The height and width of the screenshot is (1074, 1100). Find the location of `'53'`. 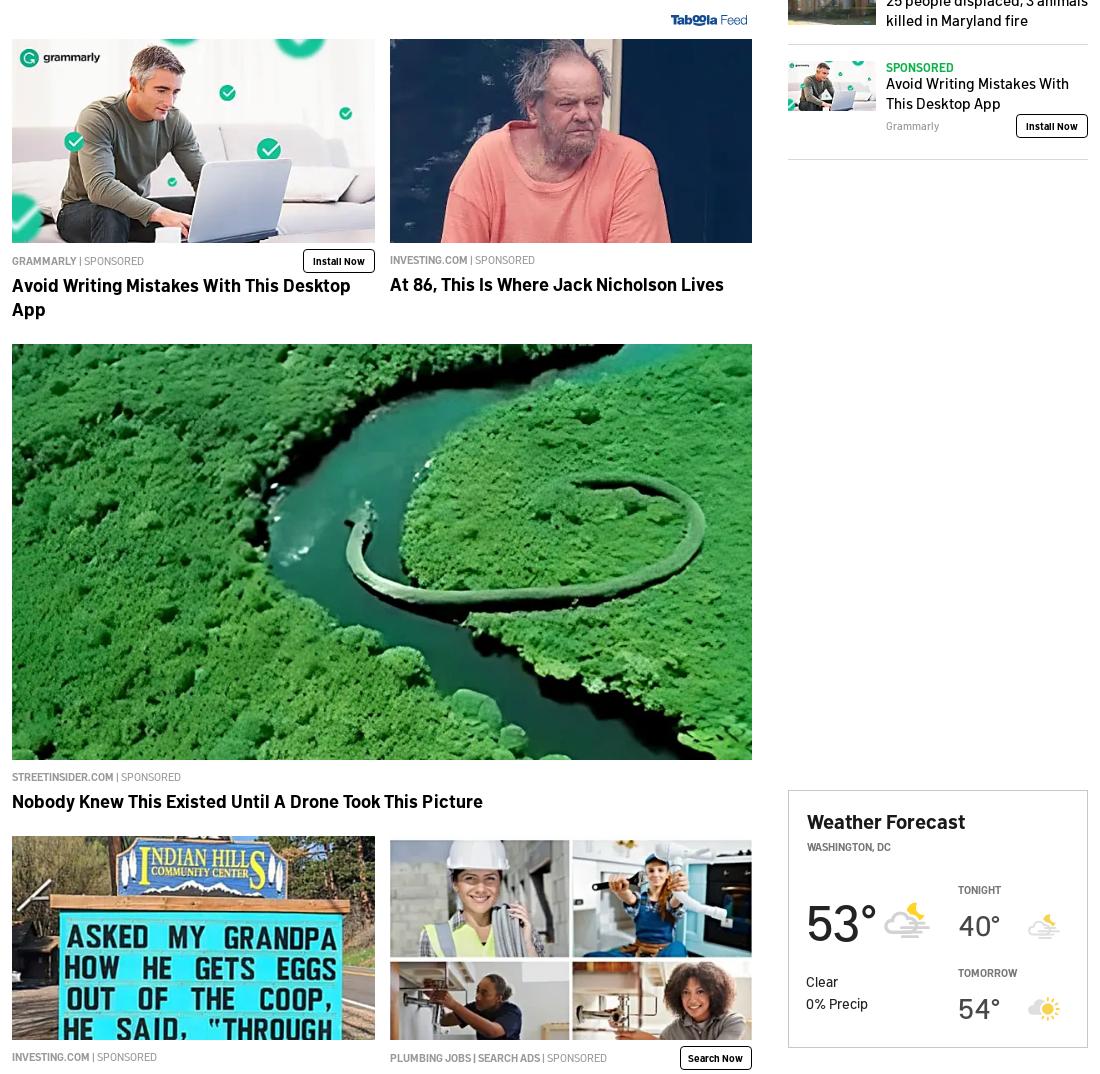

'53' is located at coordinates (832, 918).